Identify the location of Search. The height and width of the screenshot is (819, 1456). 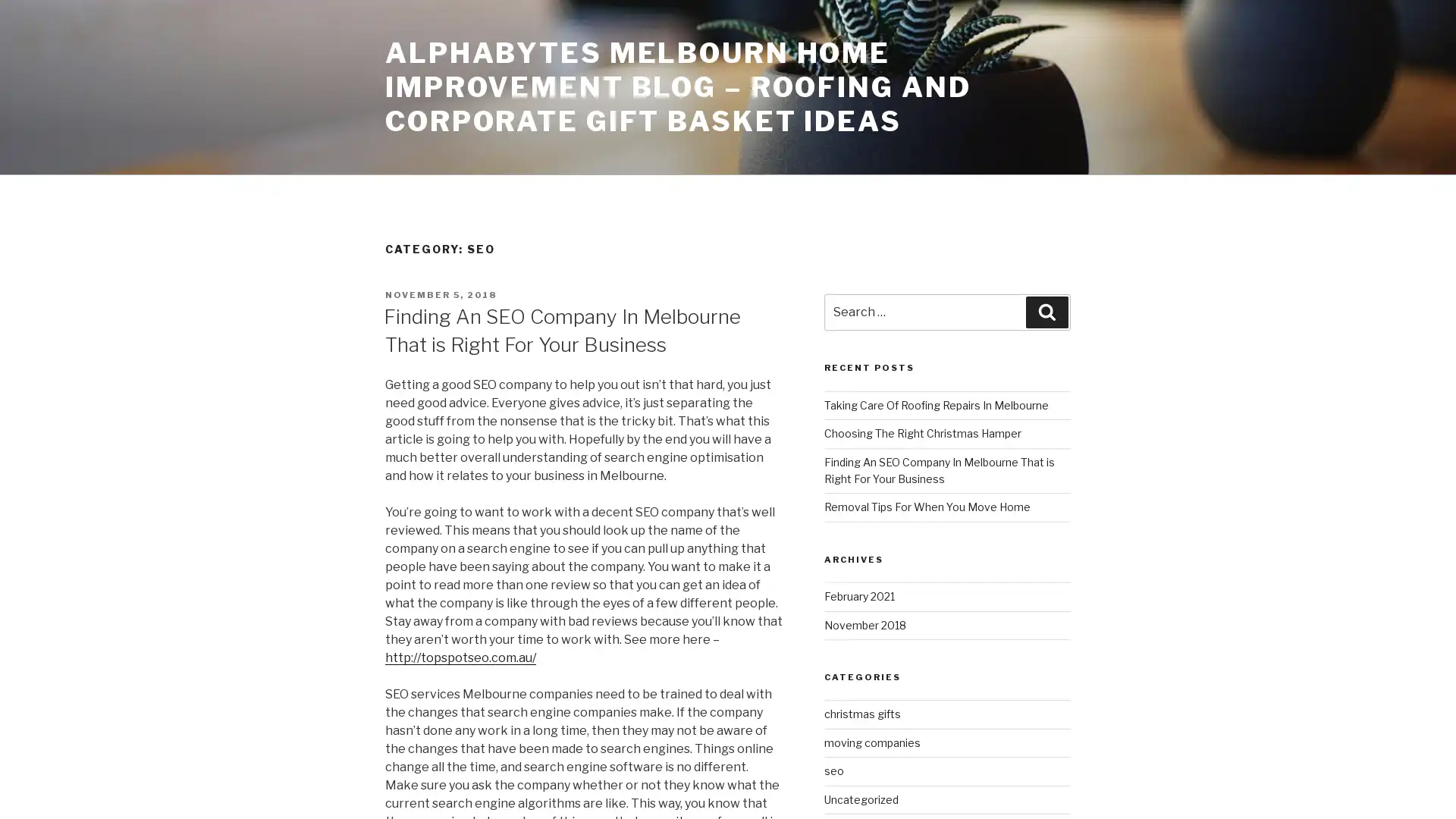
(1046, 312).